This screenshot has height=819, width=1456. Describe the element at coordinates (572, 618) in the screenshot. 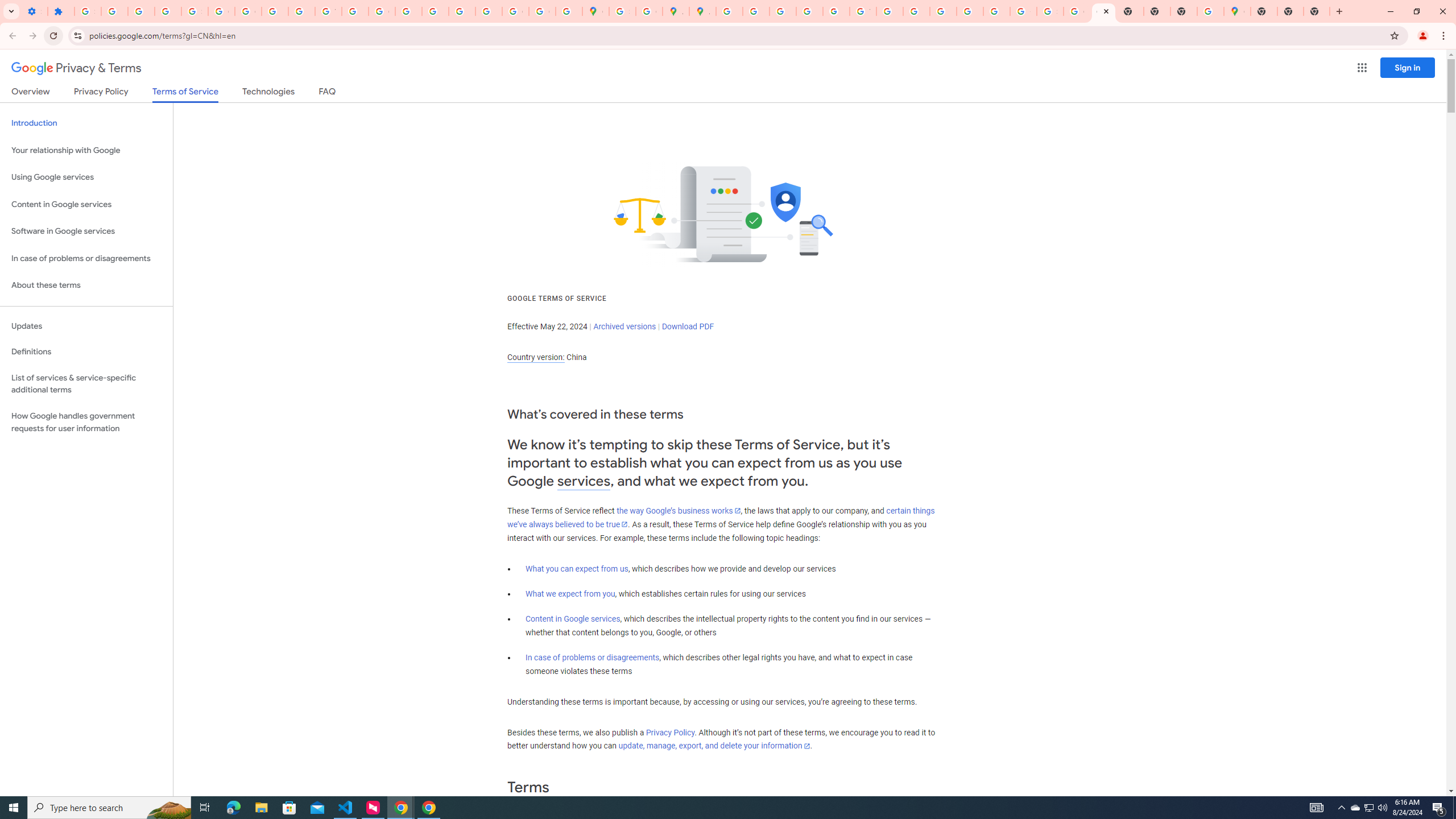

I see `'Content in Google services'` at that location.